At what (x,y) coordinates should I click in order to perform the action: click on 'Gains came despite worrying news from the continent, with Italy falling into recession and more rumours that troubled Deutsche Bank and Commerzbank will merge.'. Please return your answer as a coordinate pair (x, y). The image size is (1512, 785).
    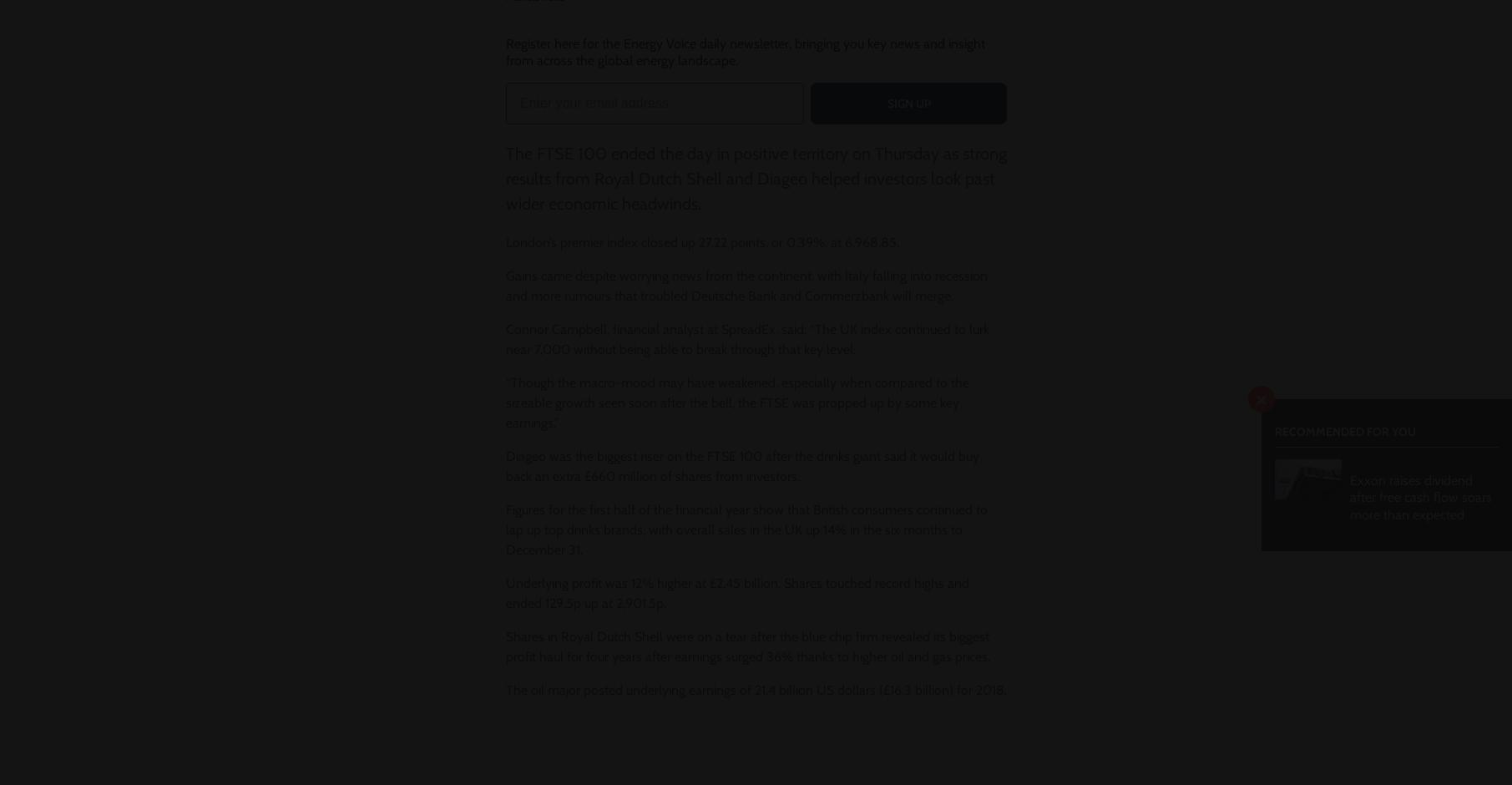
    Looking at the image, I should click on (505, 286).